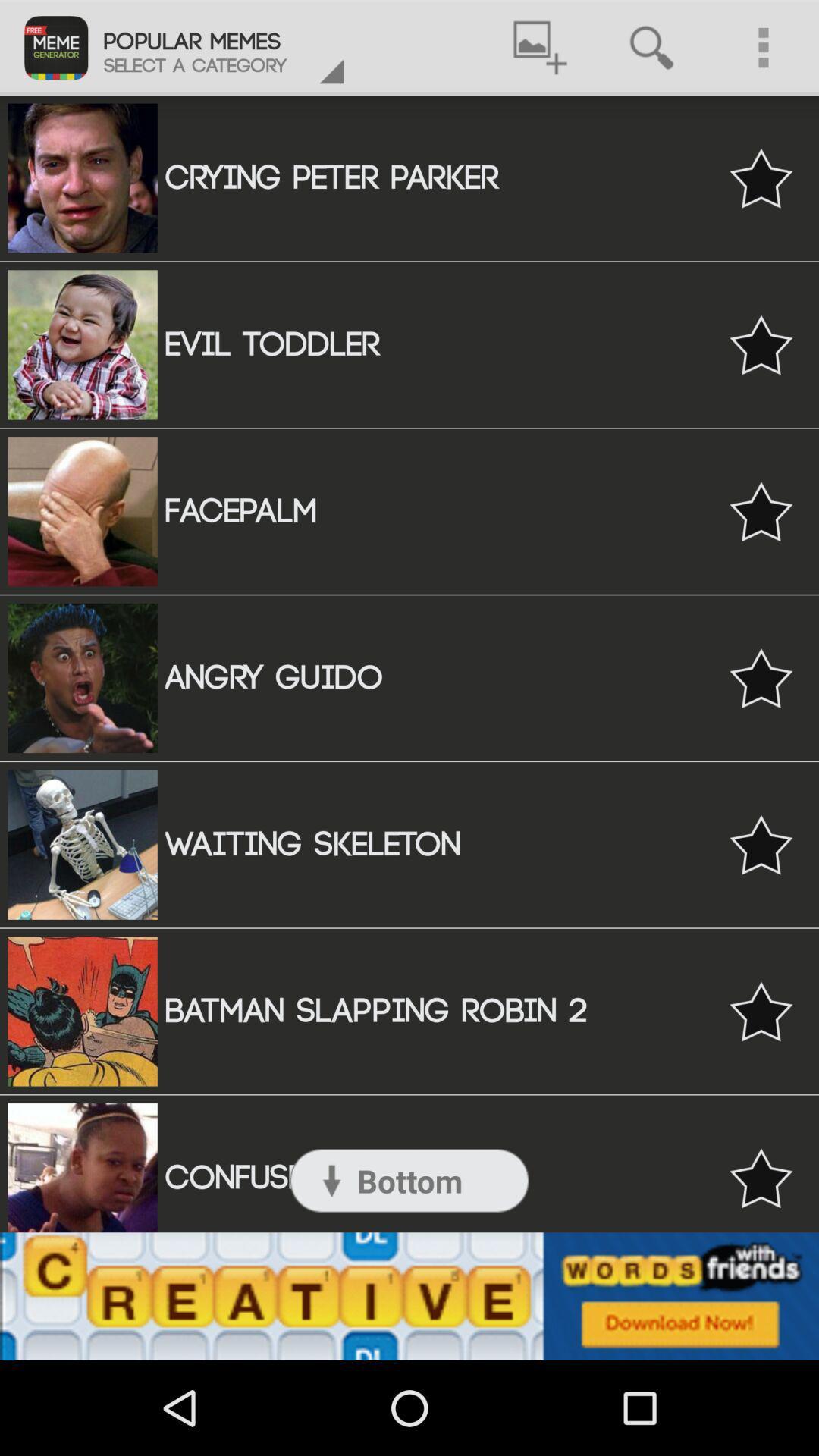 The image size is (819, 1456). Describe the element at coordinates (761, 1177) in the screenshot. I see `to favels` at that location.